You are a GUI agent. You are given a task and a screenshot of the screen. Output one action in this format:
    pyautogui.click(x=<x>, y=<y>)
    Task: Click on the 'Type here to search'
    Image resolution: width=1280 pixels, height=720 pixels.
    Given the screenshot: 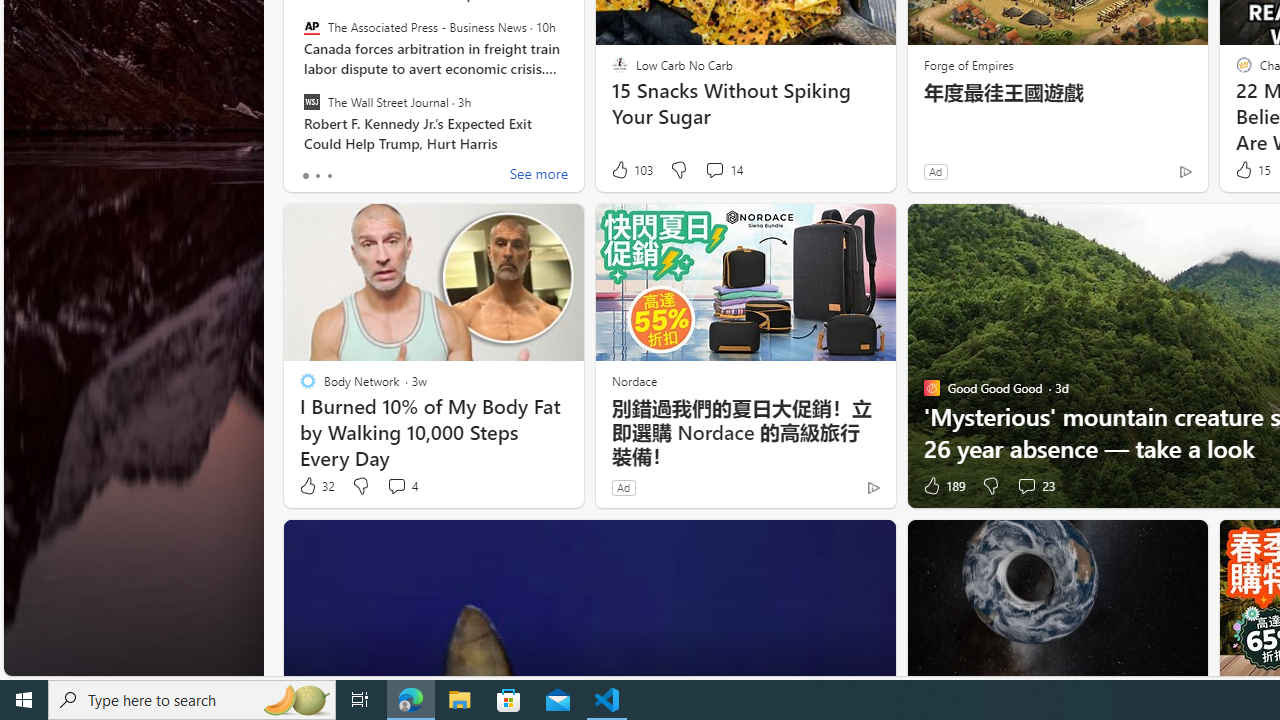 What is the action you would take?
    pyautogui.click(x=192, y=698)
    